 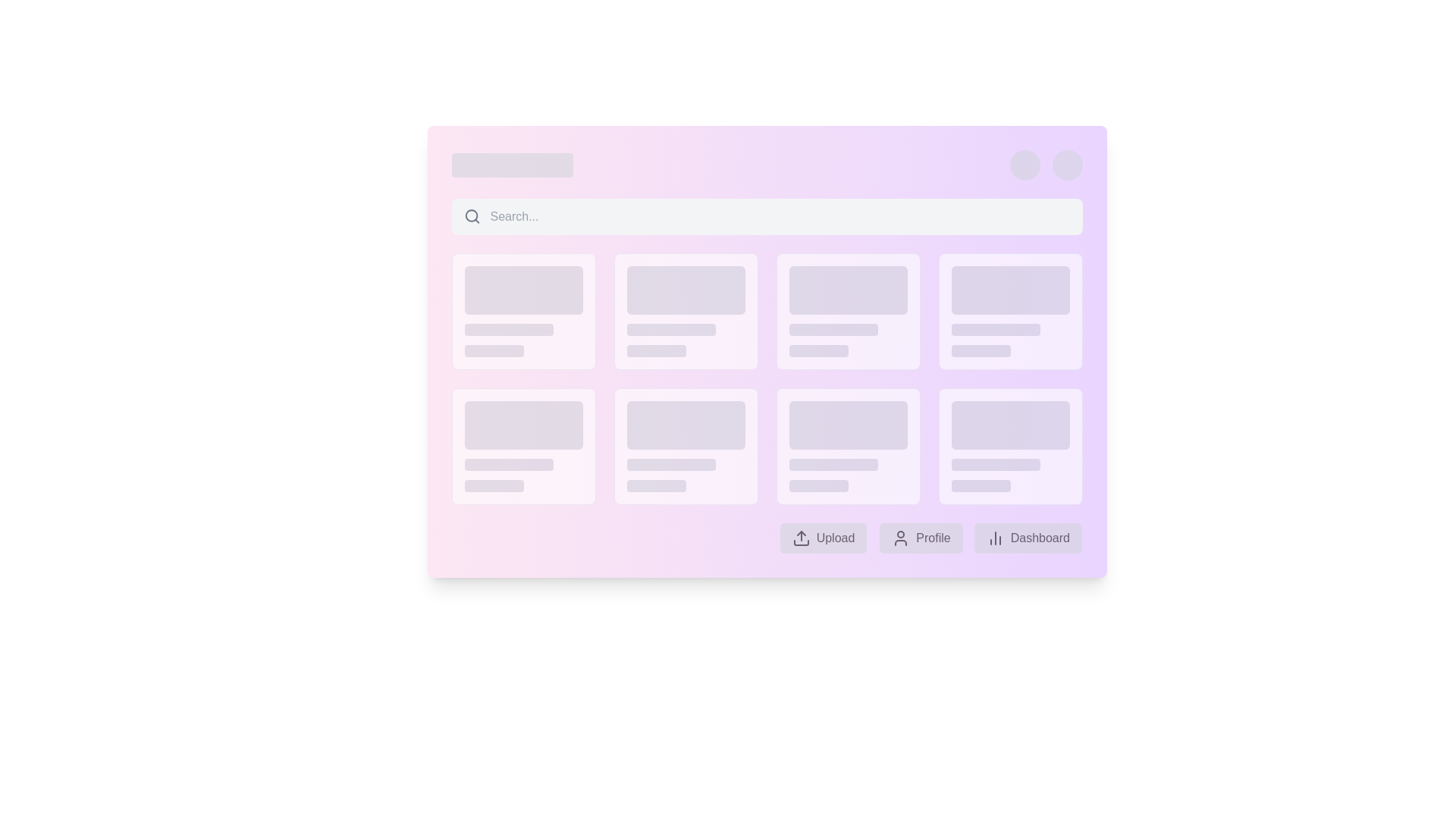 What do you see at coordinates (920, 537) in the screenshot?
I see `the 'Profile' button located at the bottom-right side of the interface, which is the second button in a horizontal group of buttons` at bounding box center [920, 537].